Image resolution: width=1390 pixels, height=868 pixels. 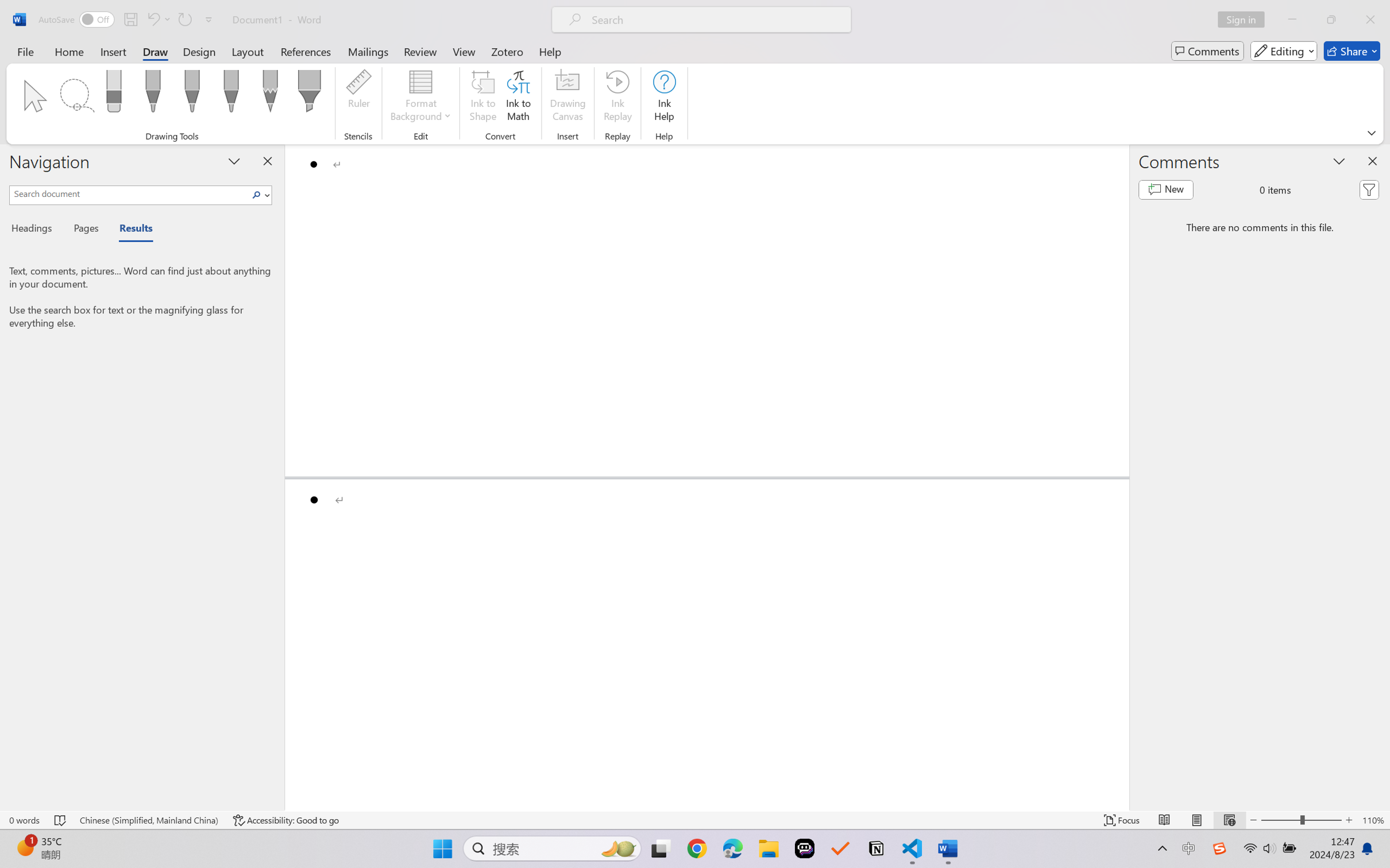 I want to click on 'Filter', so click(x=1369, y=190).